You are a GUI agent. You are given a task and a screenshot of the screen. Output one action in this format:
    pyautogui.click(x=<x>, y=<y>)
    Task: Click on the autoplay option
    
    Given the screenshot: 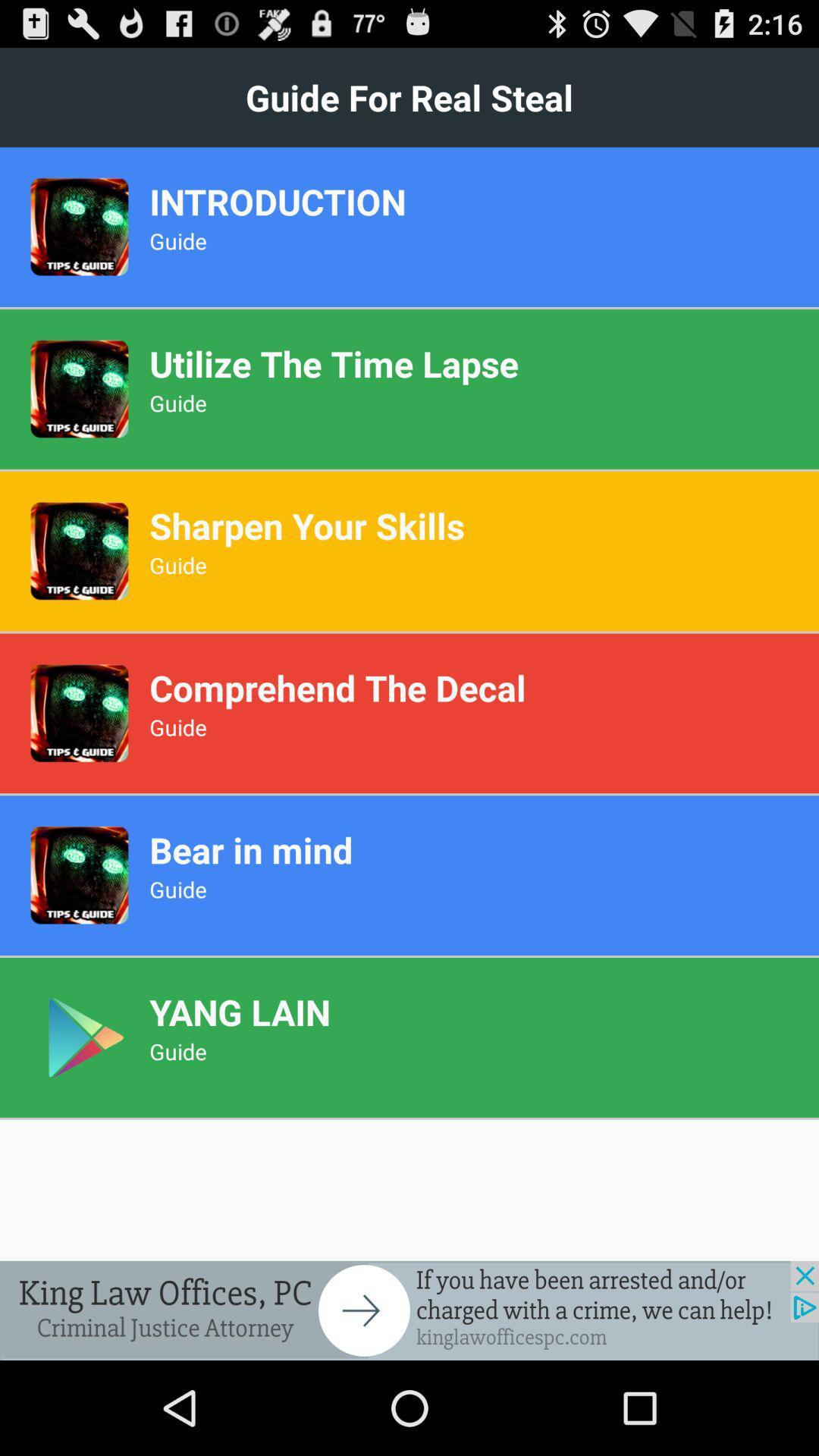 What is the action you would take?
    pyautogui.click(x=409, y=1310)
    